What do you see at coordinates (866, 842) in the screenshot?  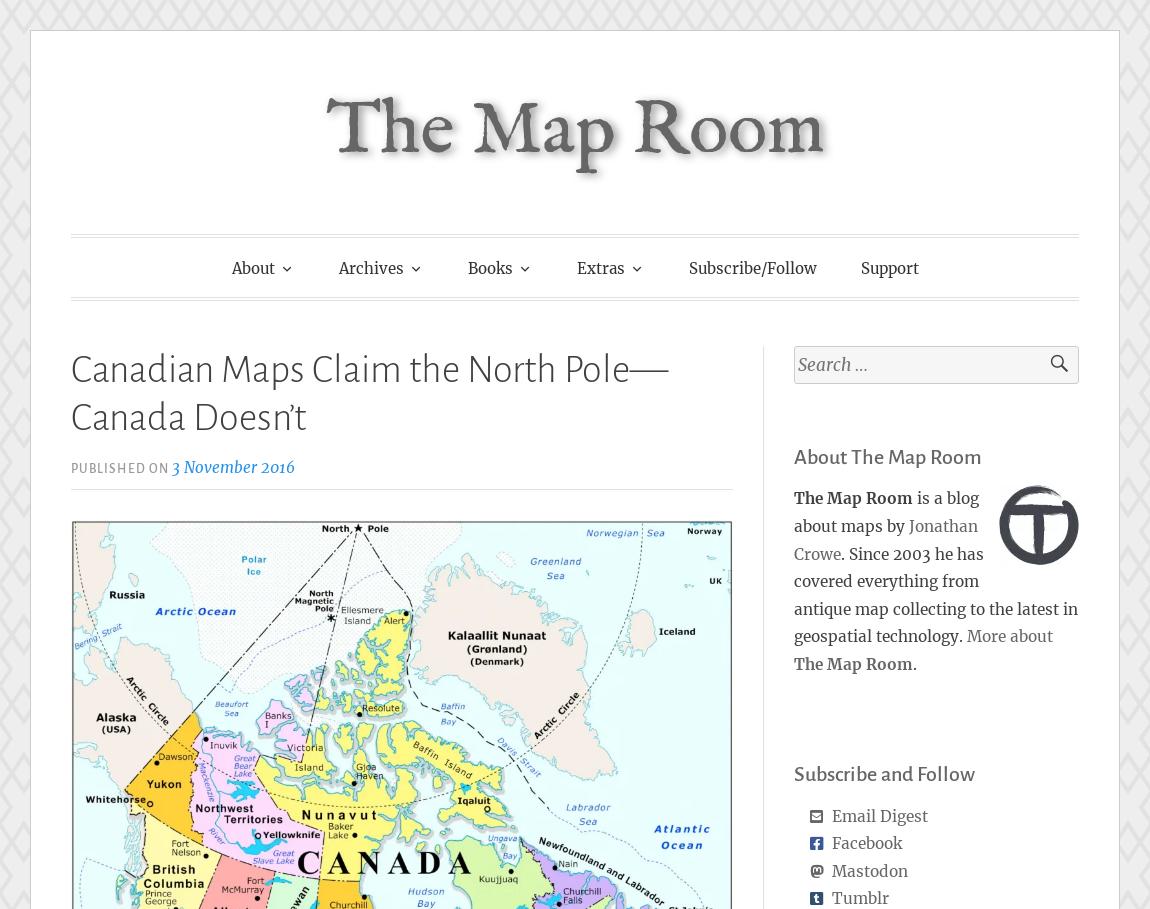 I see `'Facebook'` at bounding box center [866, 842].